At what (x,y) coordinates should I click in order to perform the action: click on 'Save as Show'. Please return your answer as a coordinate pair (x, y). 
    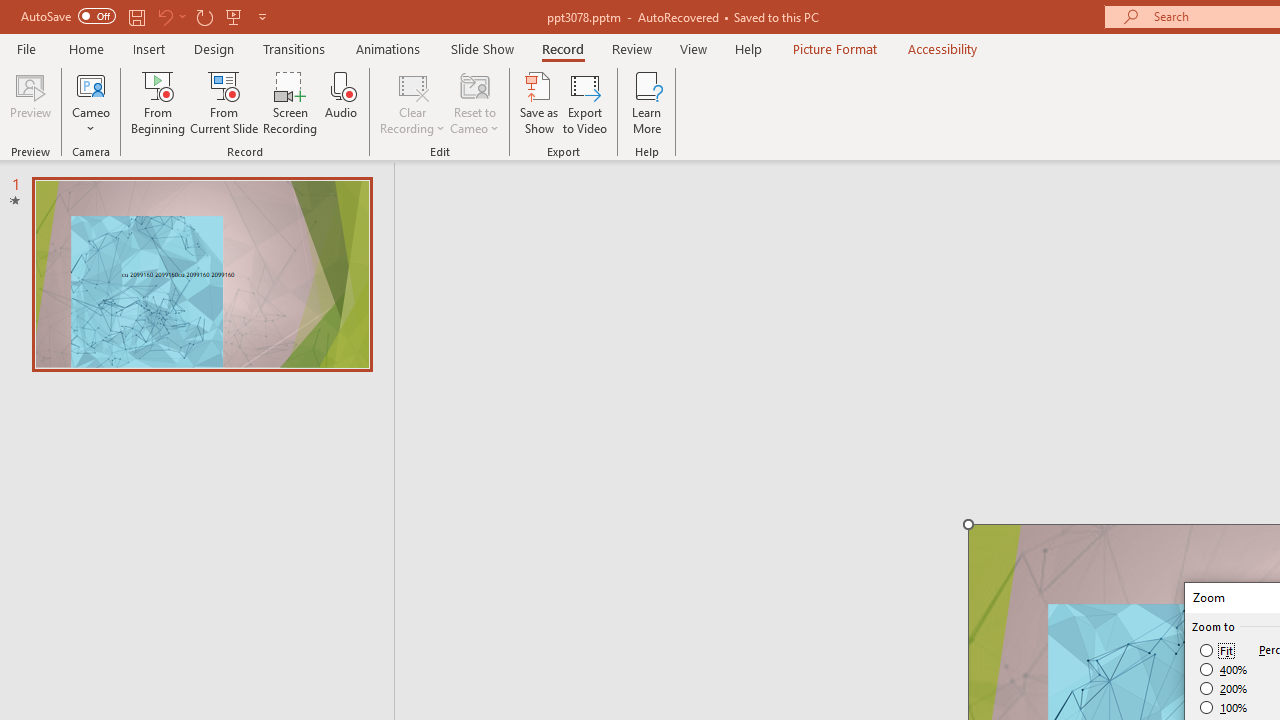
    Looking at the image, I should click on (539, 103).